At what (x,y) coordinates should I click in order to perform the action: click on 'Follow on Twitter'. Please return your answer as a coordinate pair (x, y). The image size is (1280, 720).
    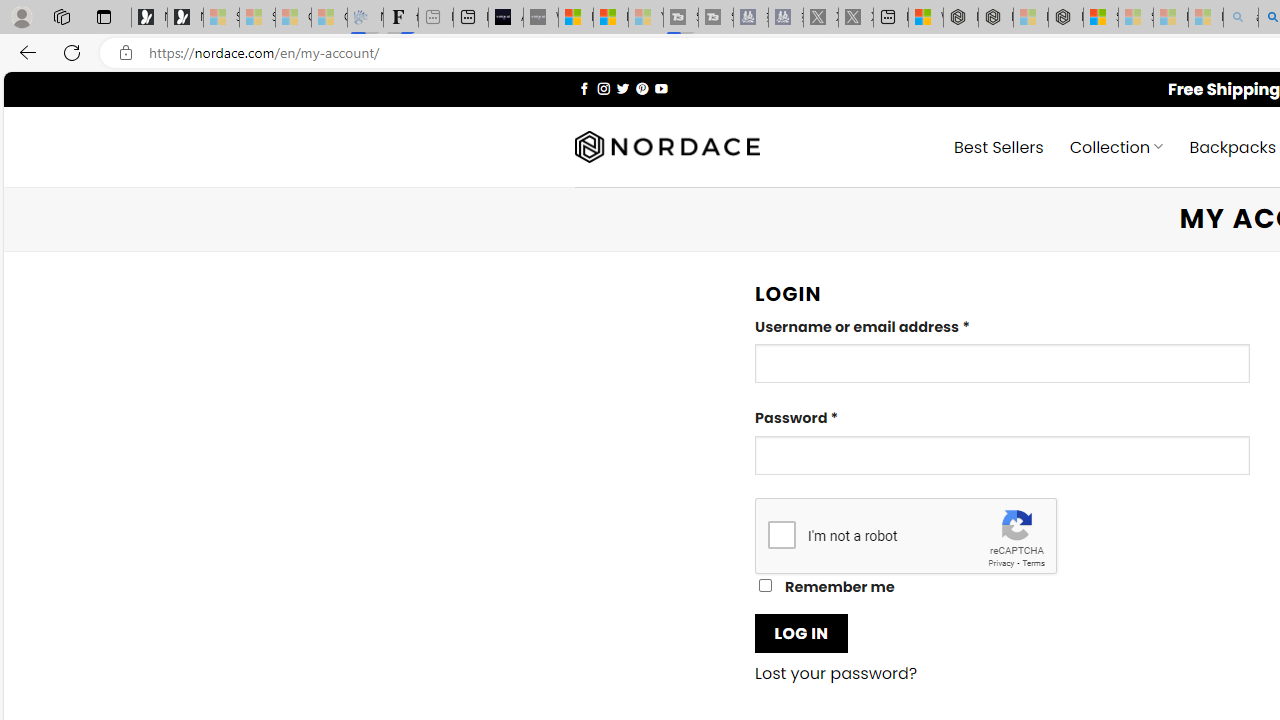
    Looking at the image, I should click on (621, 87).